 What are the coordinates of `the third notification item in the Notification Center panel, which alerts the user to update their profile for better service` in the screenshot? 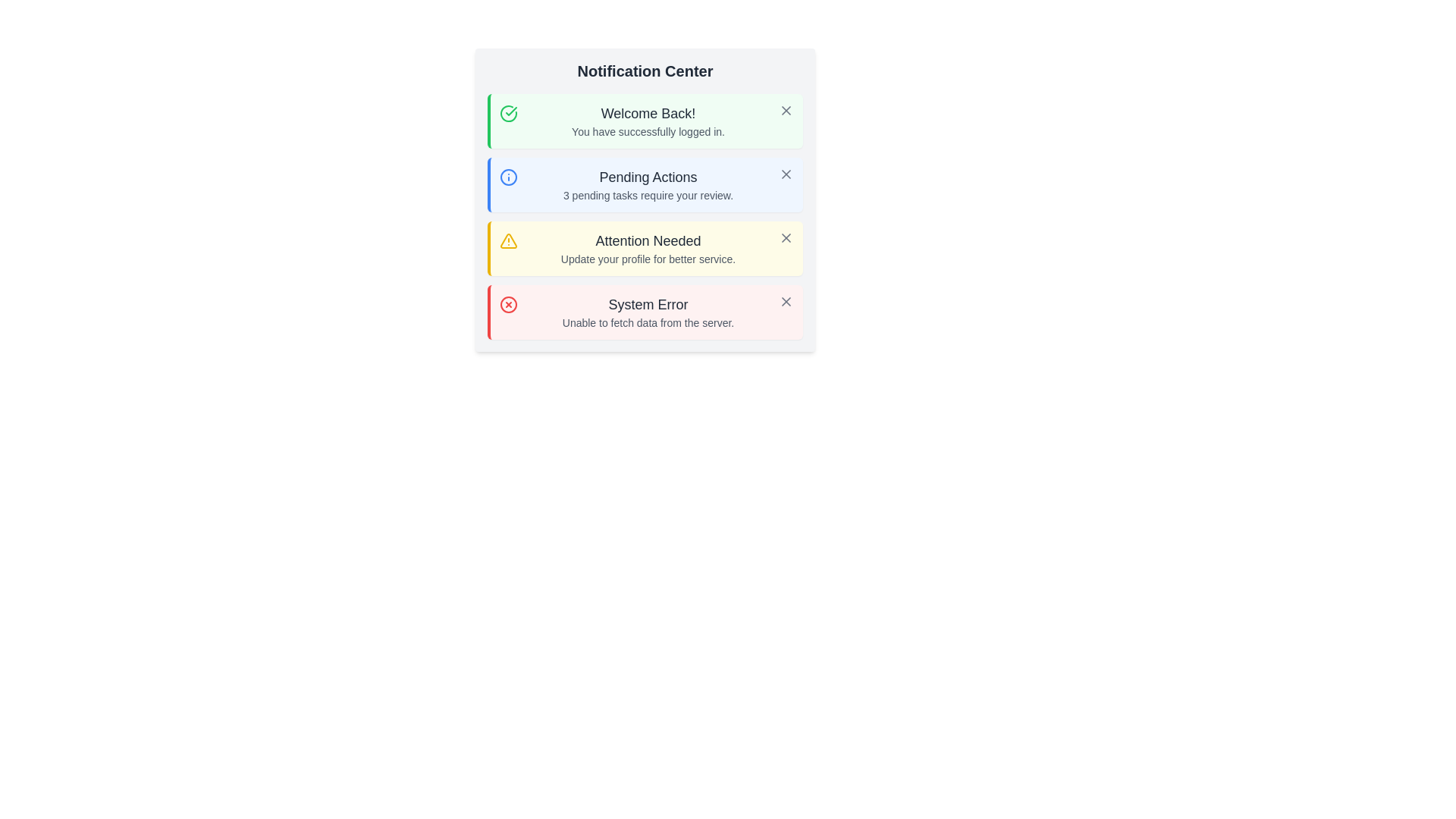 It's located at (648, 247).